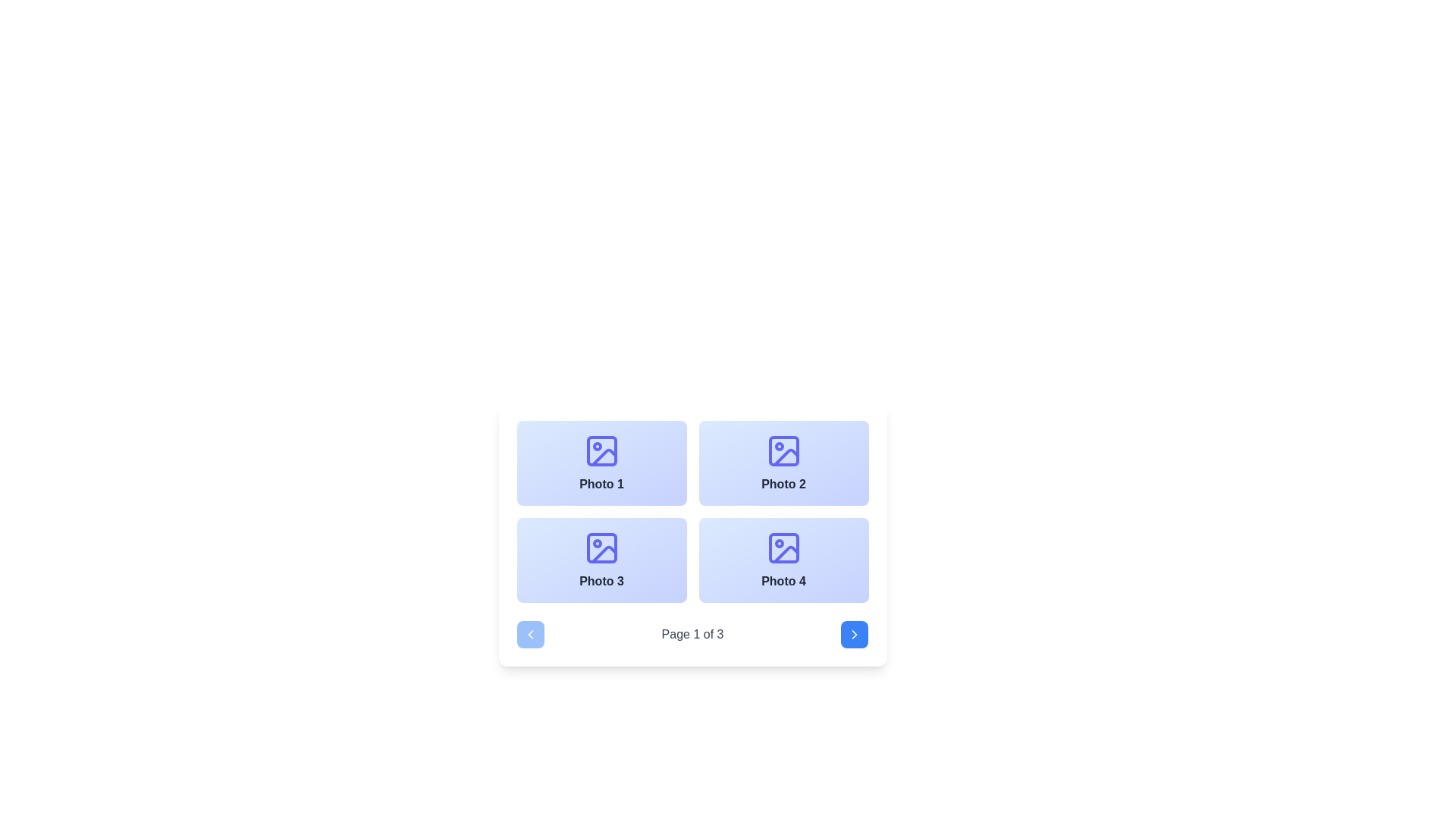 The width and height of the screenshot is (1456, 819). What do you see at coordinates (692, 635) in the screenshot?
I see `the Text Display element that shows 'Page 1 of 3', which is centrally aligned between the left and right chevrons` at bounding box center [692, 635].